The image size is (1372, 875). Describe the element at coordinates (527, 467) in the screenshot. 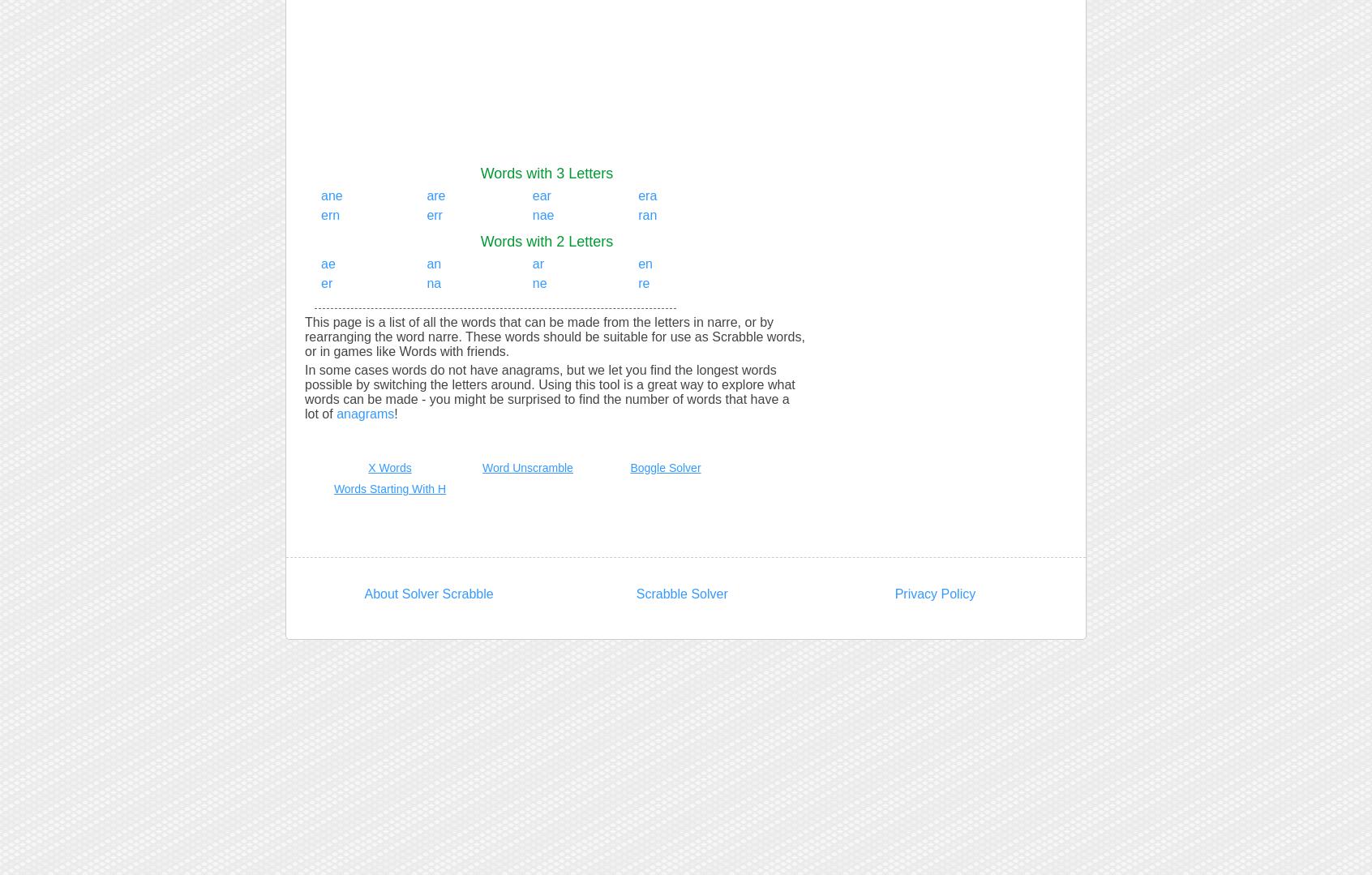

I see `'Word Unscramble'` at that location.